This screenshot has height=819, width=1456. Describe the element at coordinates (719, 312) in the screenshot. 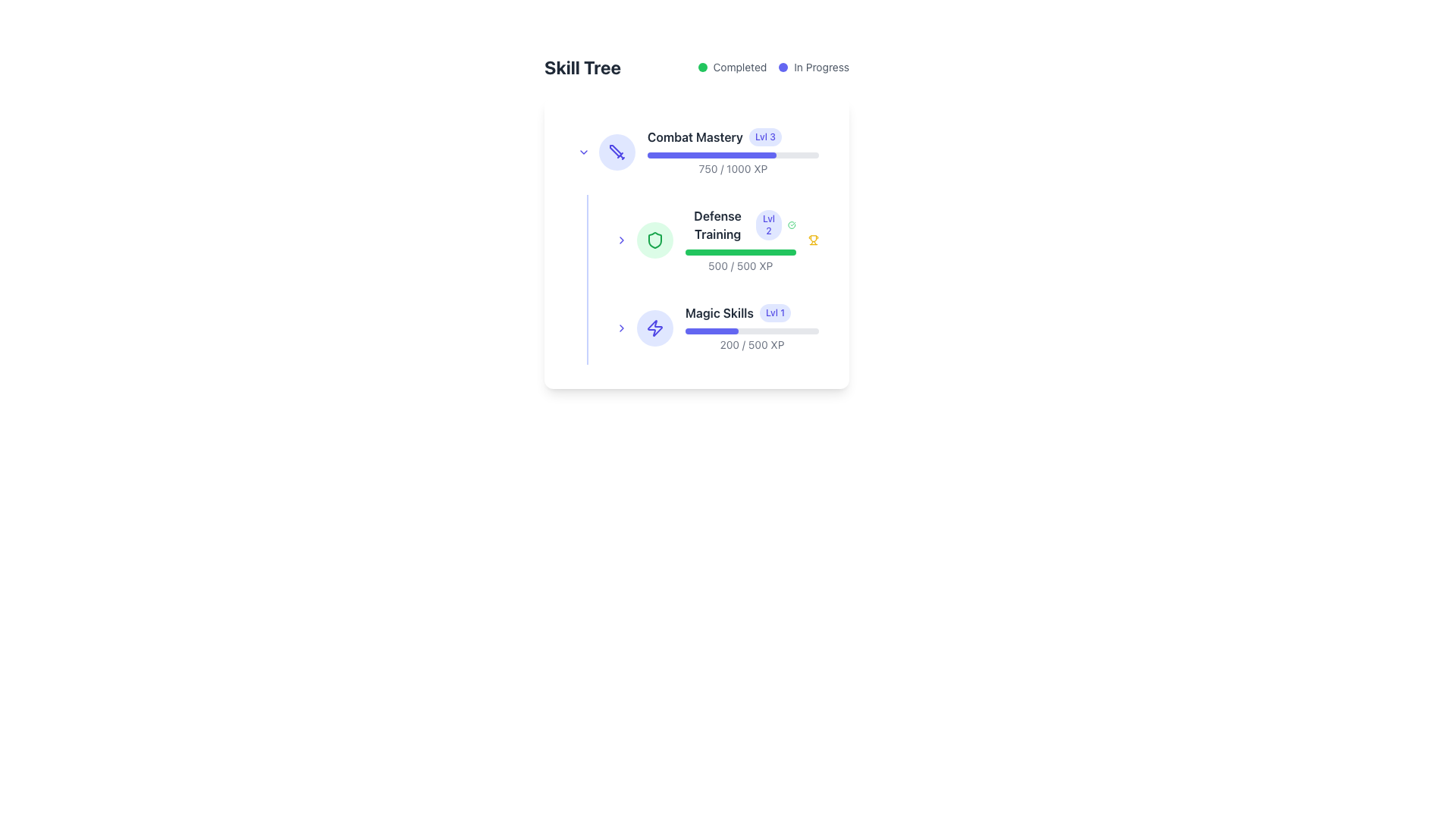

I see `the skill name label in the skill tree interface, which is located above the progress bar and to the right of the skill icon, serving to identify the skill category` at that location.